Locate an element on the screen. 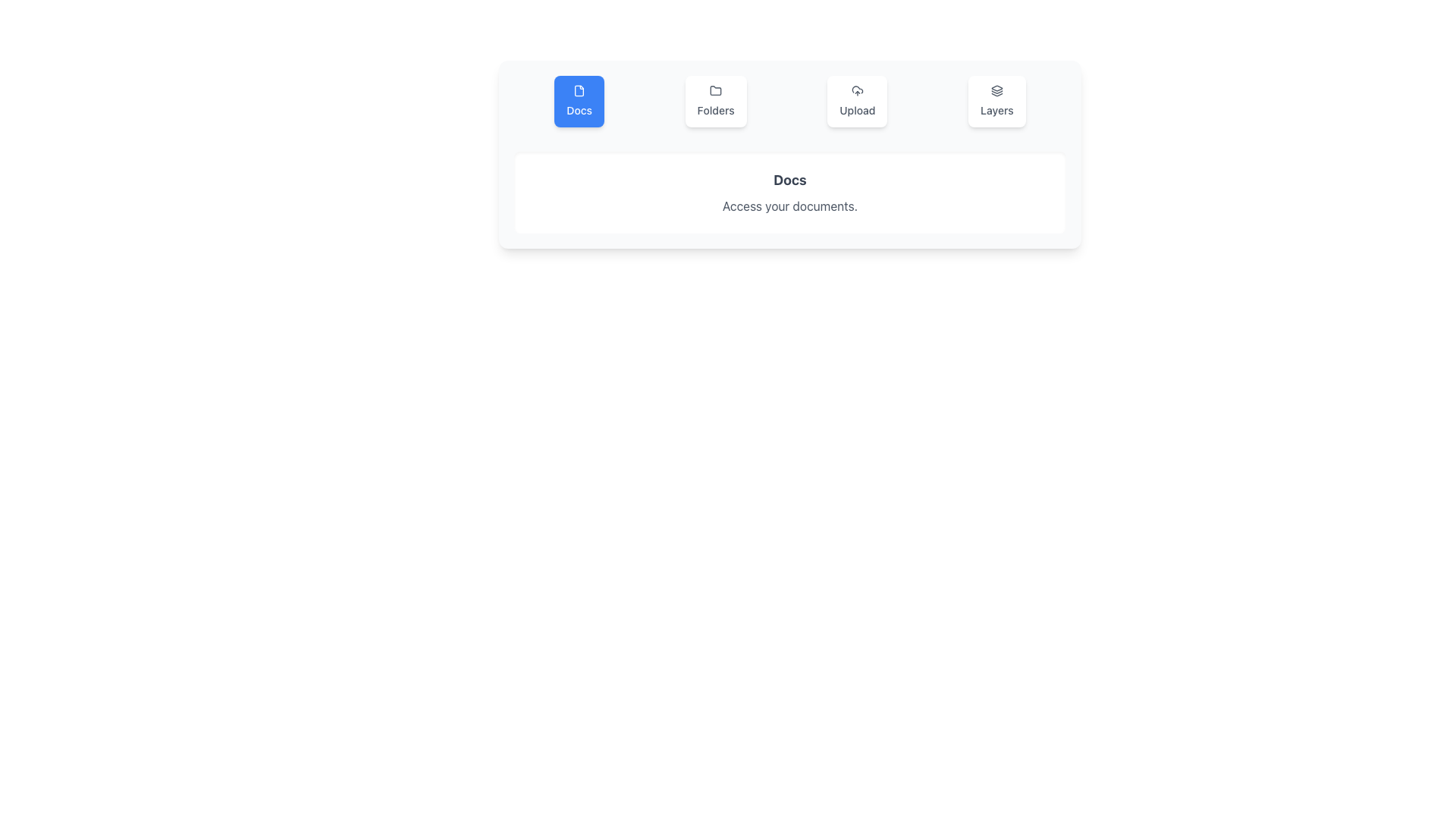 The height and width of the screenshot is (819, 1456). the text label displaying 'Layers' in gray color, positioned within a card on the far right of the row is located at coordinates (996, 110).